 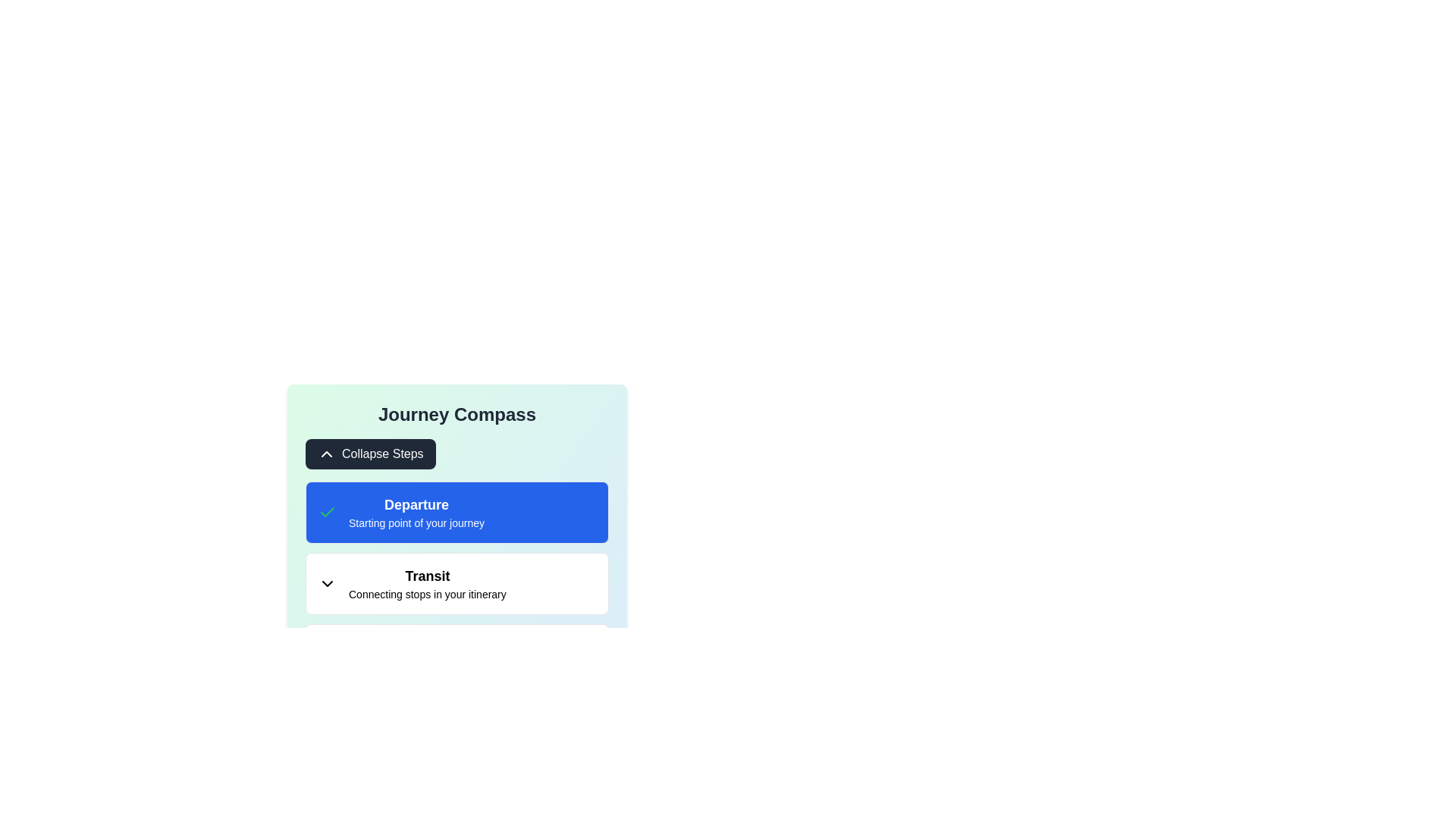 I want to click on the text label displaying 'Starting point of your journey' which is styled in a small font and located below the 'Departure' title in the 'Journey Compass' card, so click(x=416, y=522).